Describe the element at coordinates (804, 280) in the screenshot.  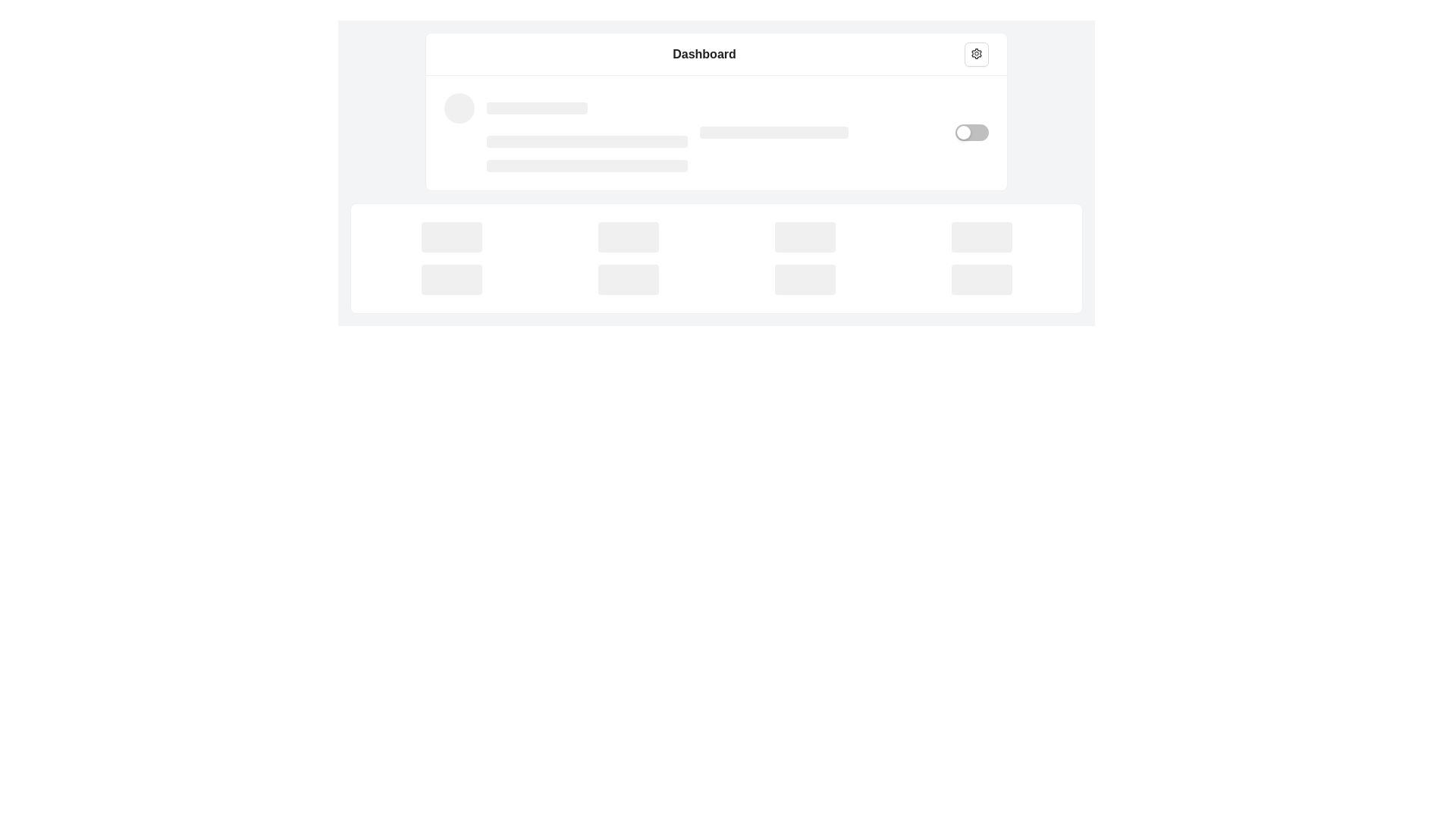
I see `the loading indicator, a rectangular light gray placeholder located in the third column of the bottom row in a grid layout` at that location.